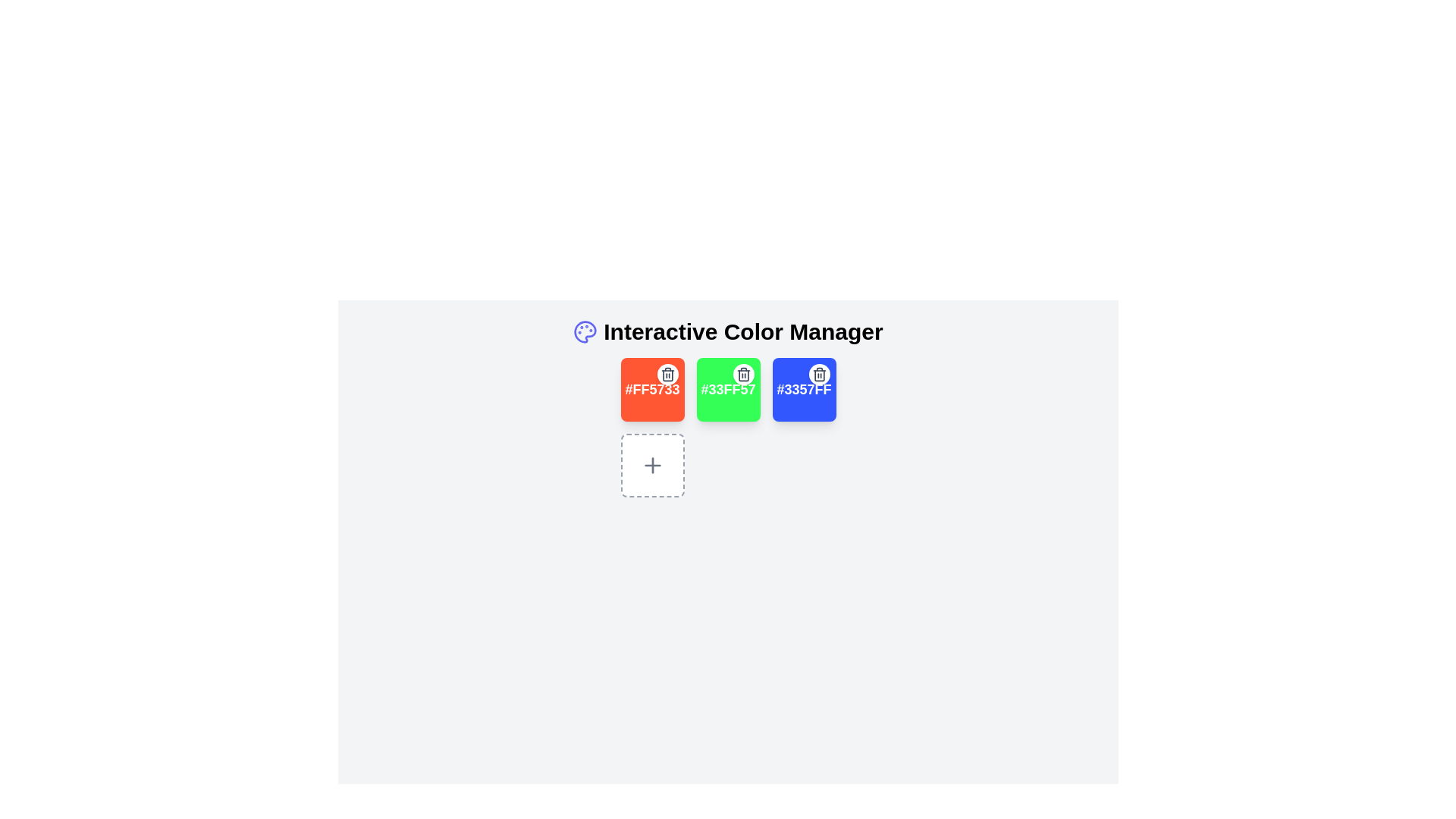 The width and height of the screenshot is (1456, 819). What do you see at coordinates (667, 374) in the screenshot?
I see `the circular button with a white background and a trash bin icon located at the top-right corner of the red box labeled '#FF5733'` at bounding box center [667, 374].